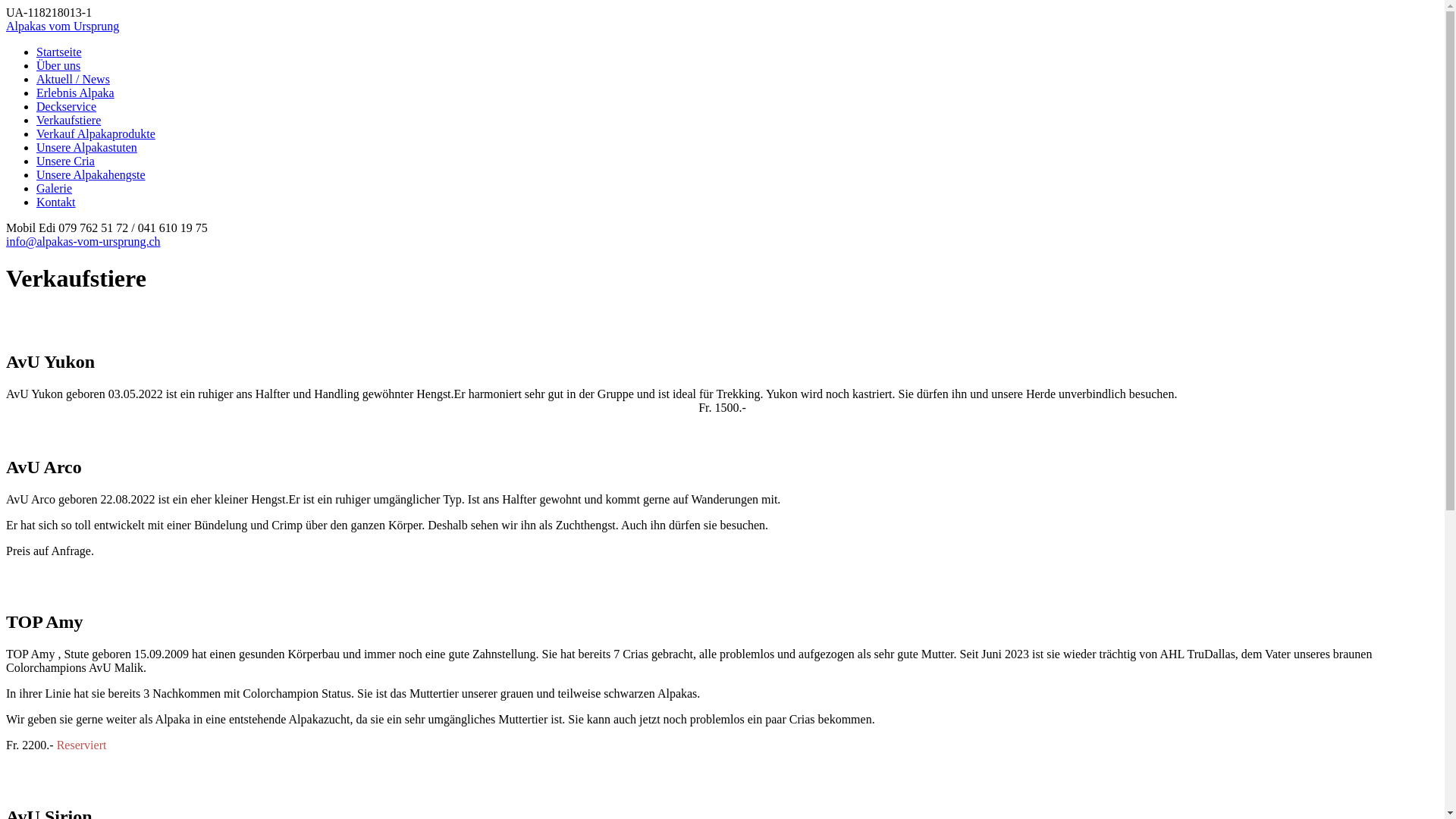  What do you see at coordinates (72, 79) in the screenshot?
I see `'Aktuell / News'` at bounding box center [72, 79].